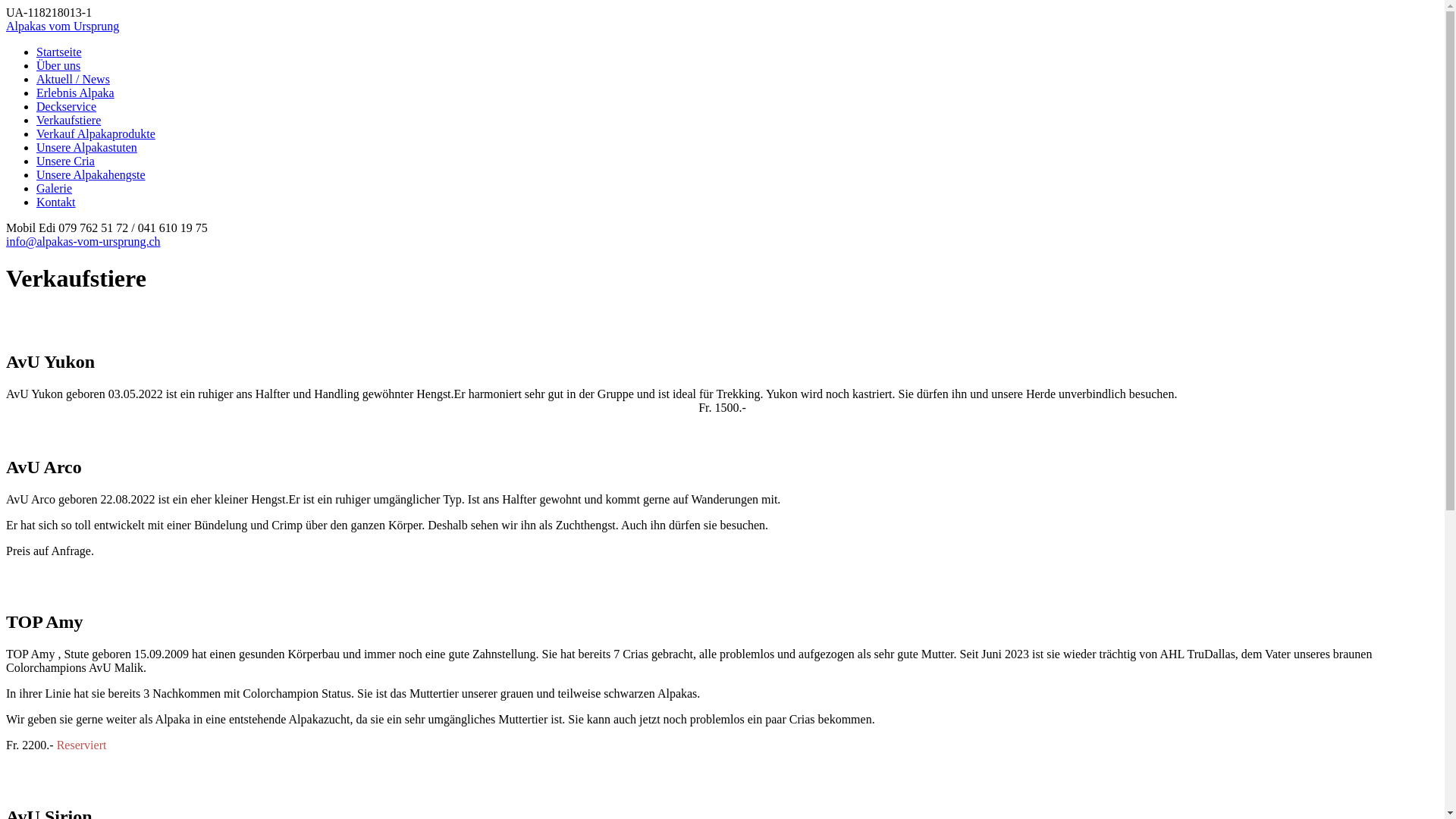  What do you see at coordinates (72, 79) in the screenshot?
I see `'Aktuell / News'` at bounding box center [72, 79].